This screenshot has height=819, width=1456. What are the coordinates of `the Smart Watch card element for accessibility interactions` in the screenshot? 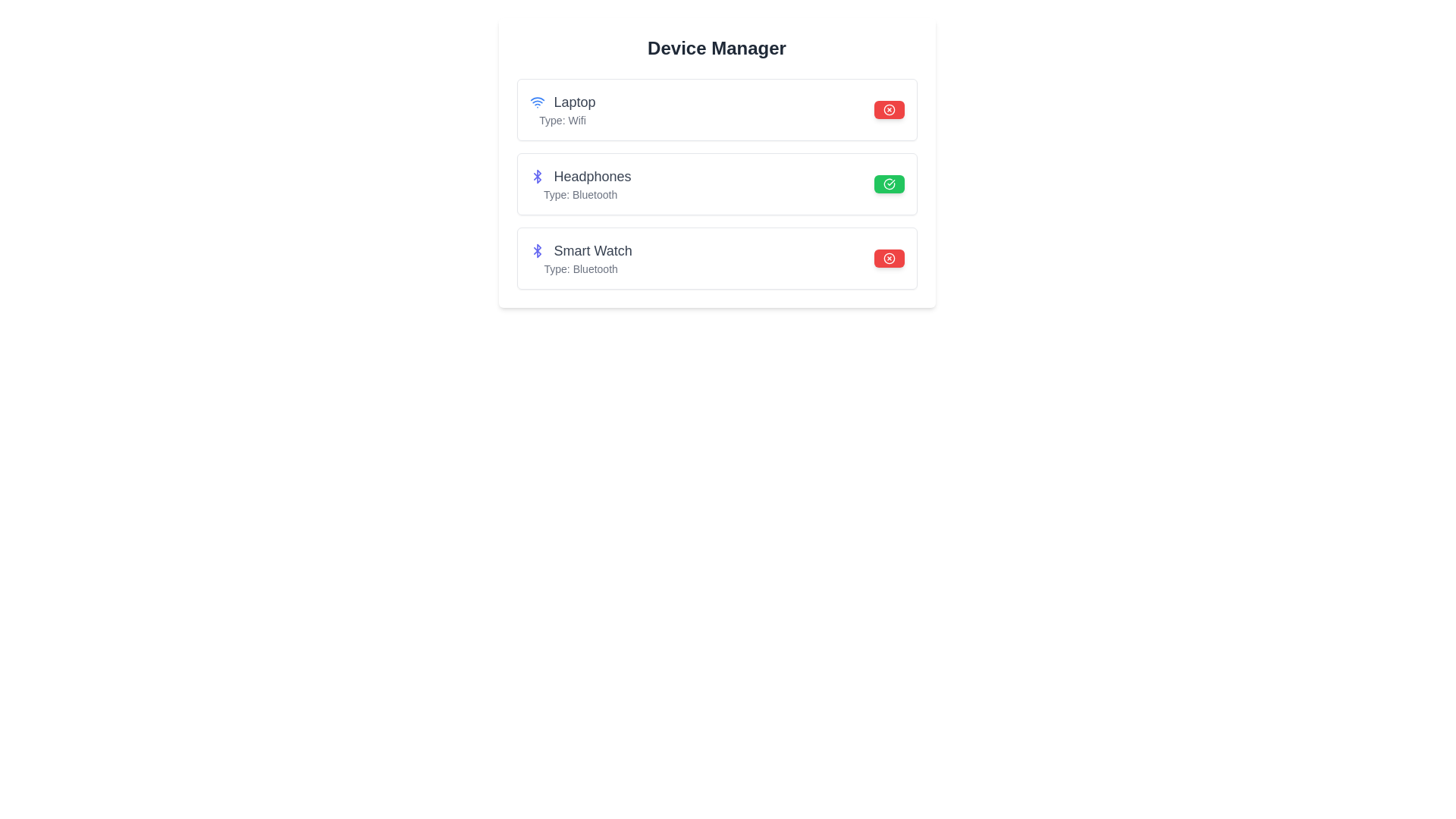 It's located at (716, 257).